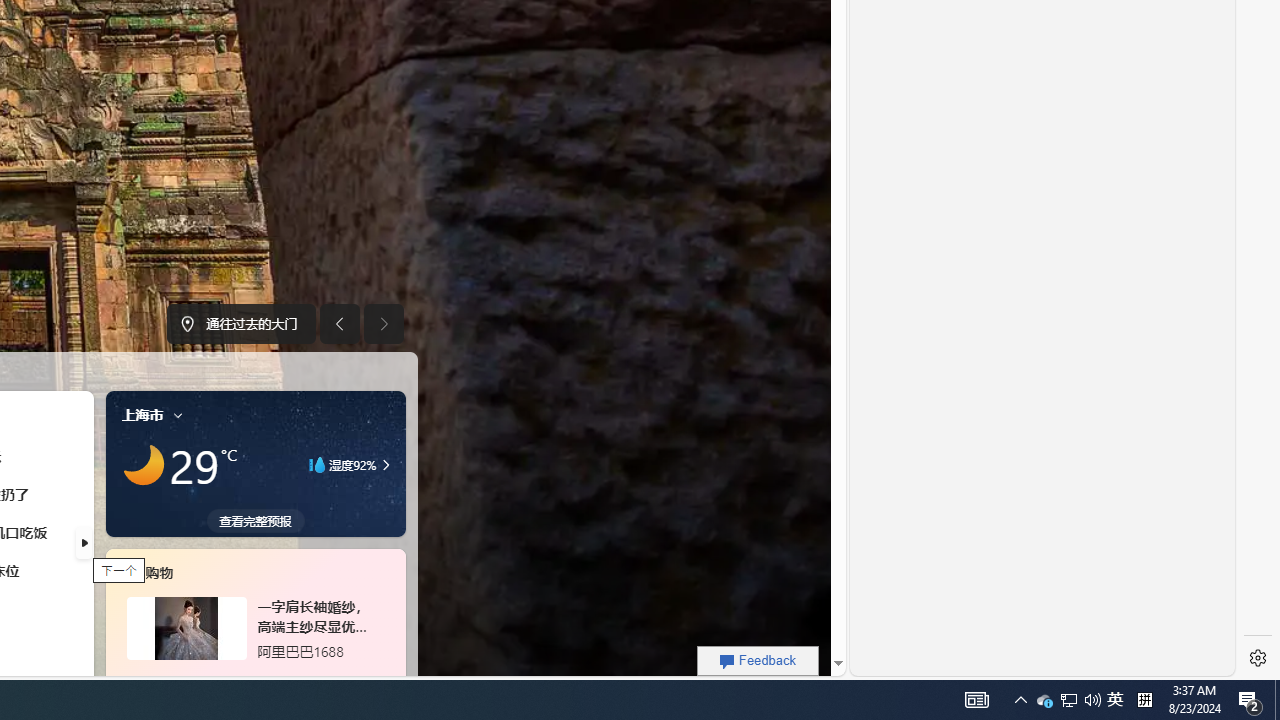 The width and height of the screenshot is (1280, 720). I want to click on 'Next image', so click(384, 323).